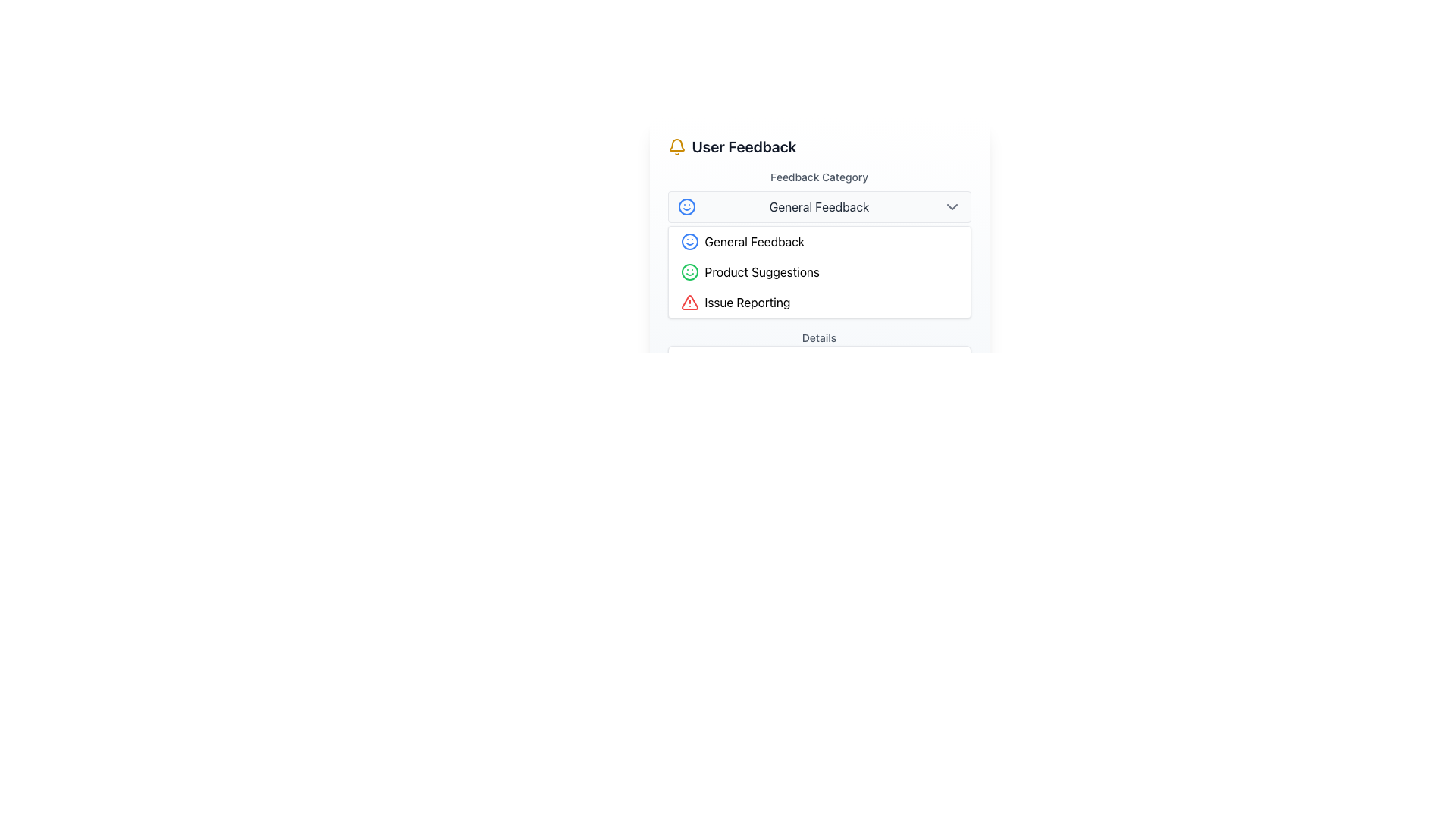  Describe the element at coordinates (762, 271) in the screenshot. I see `the 'Product Suggestions' text label, which is styled in black font on a white background and is located between 'General Feedback' and 'Issue Reporting' categories` at that location.